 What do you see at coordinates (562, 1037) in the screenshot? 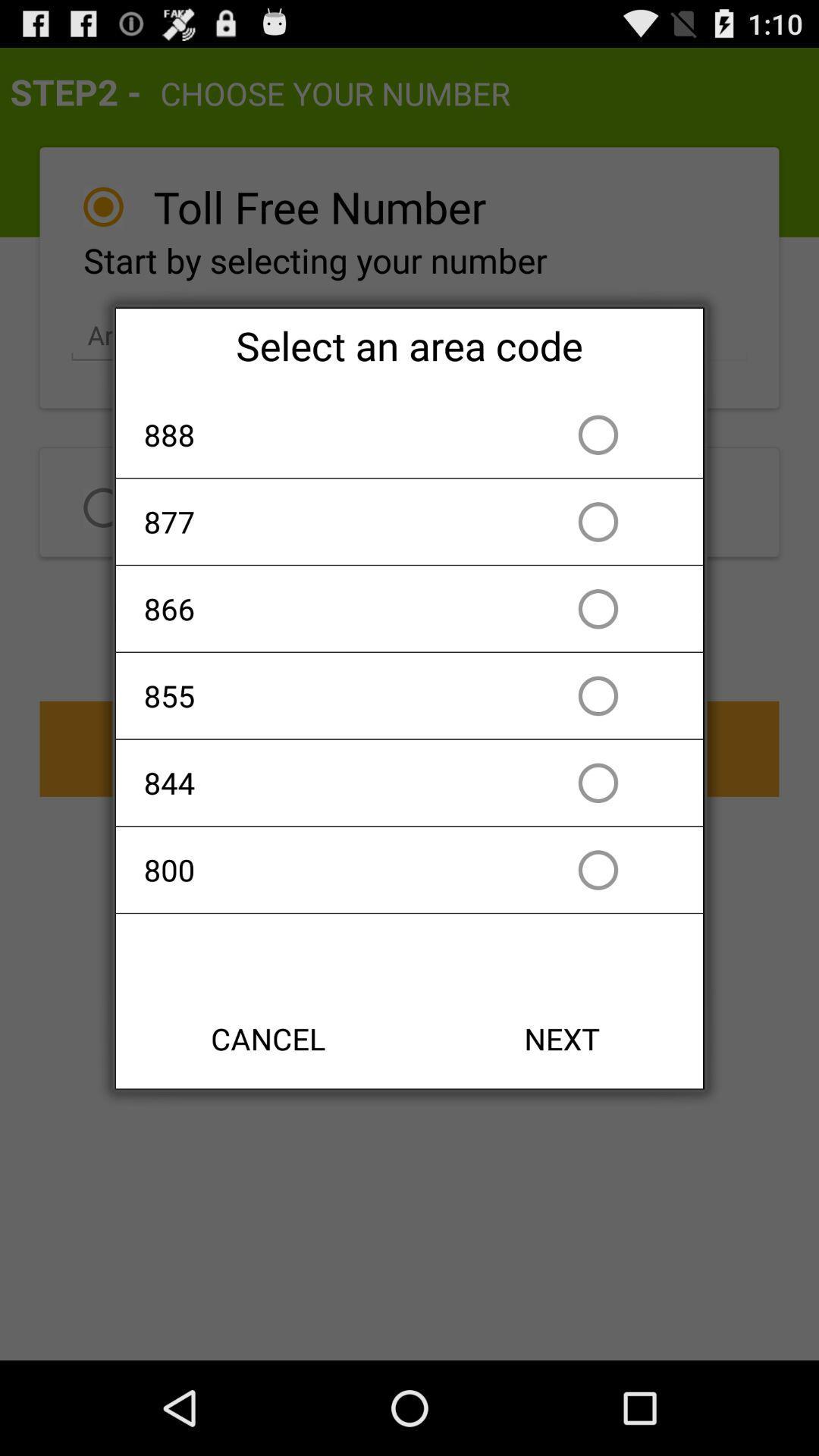
I see `the item to the right of cancel item` at bounding box center [562, 1037].